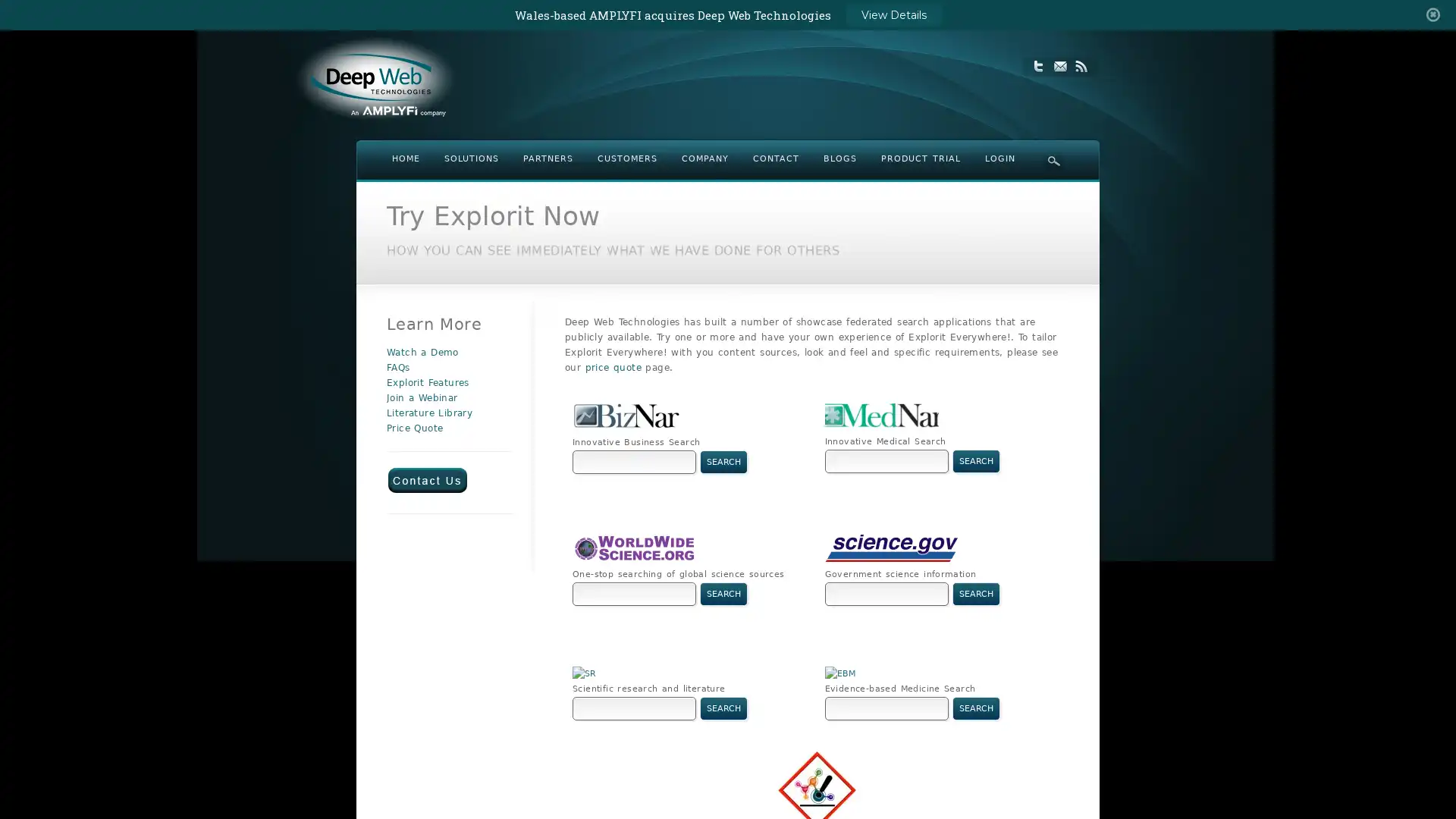  I want to click on Search, so click(975, 708).